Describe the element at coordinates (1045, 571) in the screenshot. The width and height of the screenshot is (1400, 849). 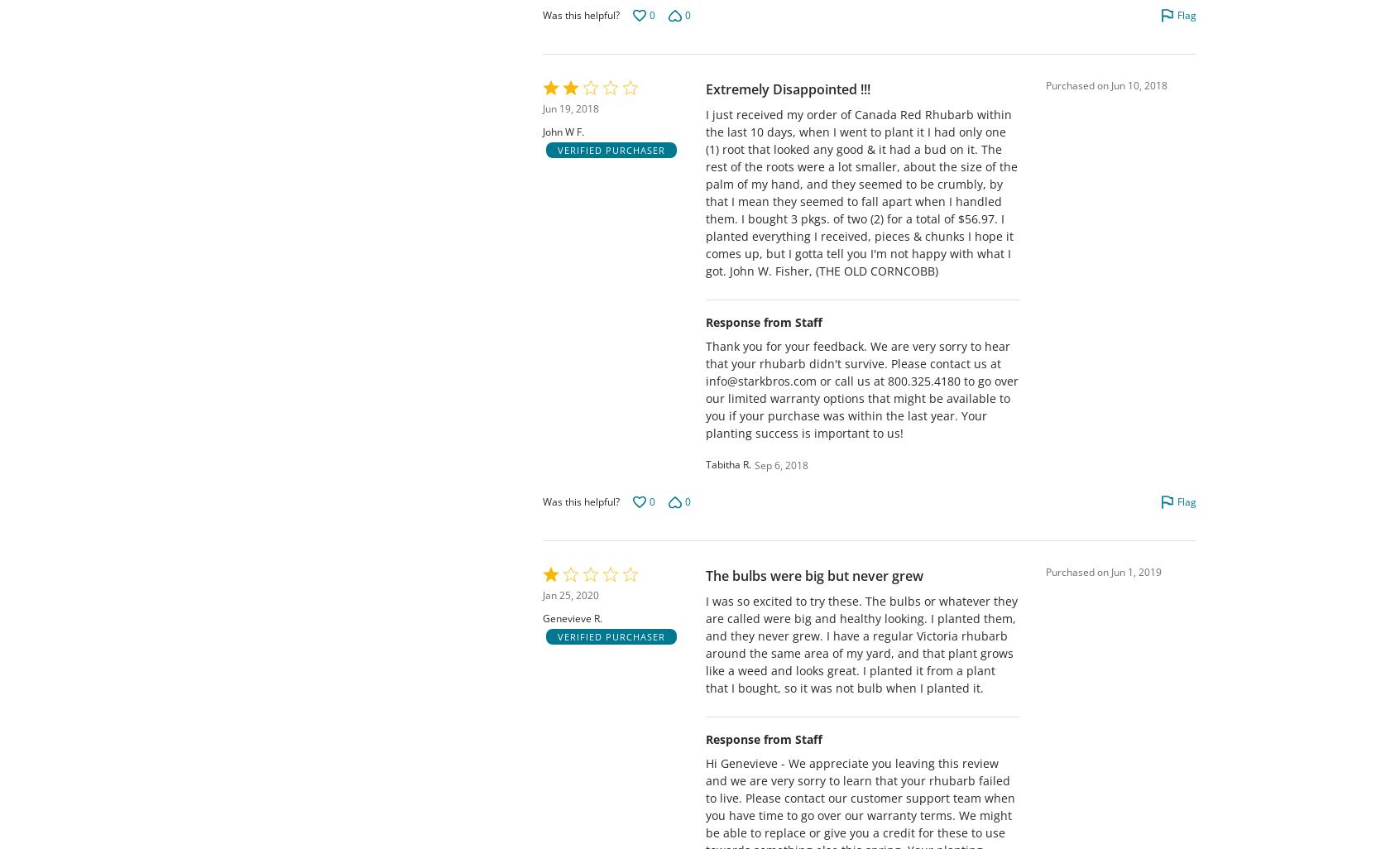
I see `'Purchased on Jun 1, 2019'` at that location.